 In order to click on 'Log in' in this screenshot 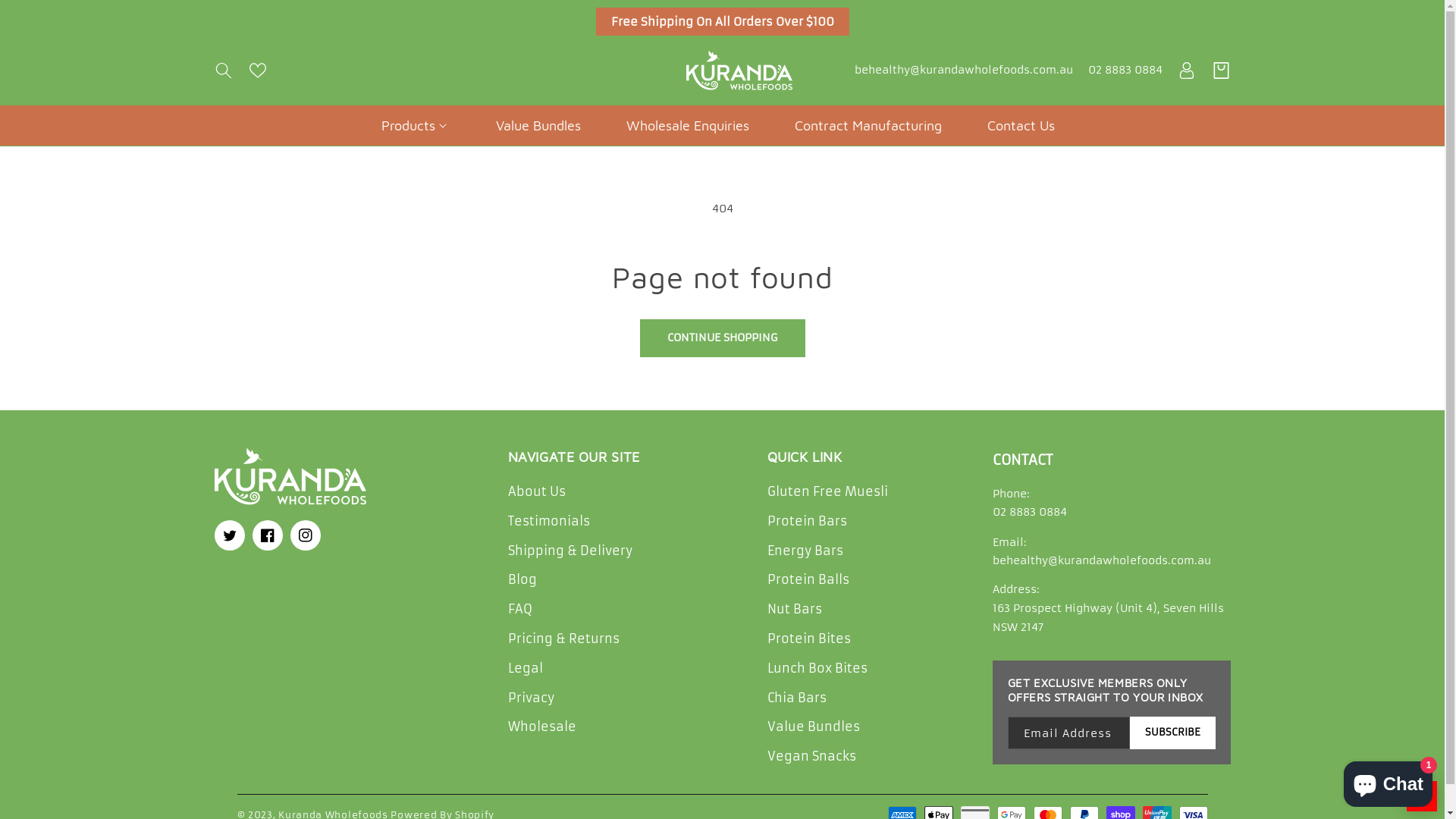, I will do `click(1175, 70)`.